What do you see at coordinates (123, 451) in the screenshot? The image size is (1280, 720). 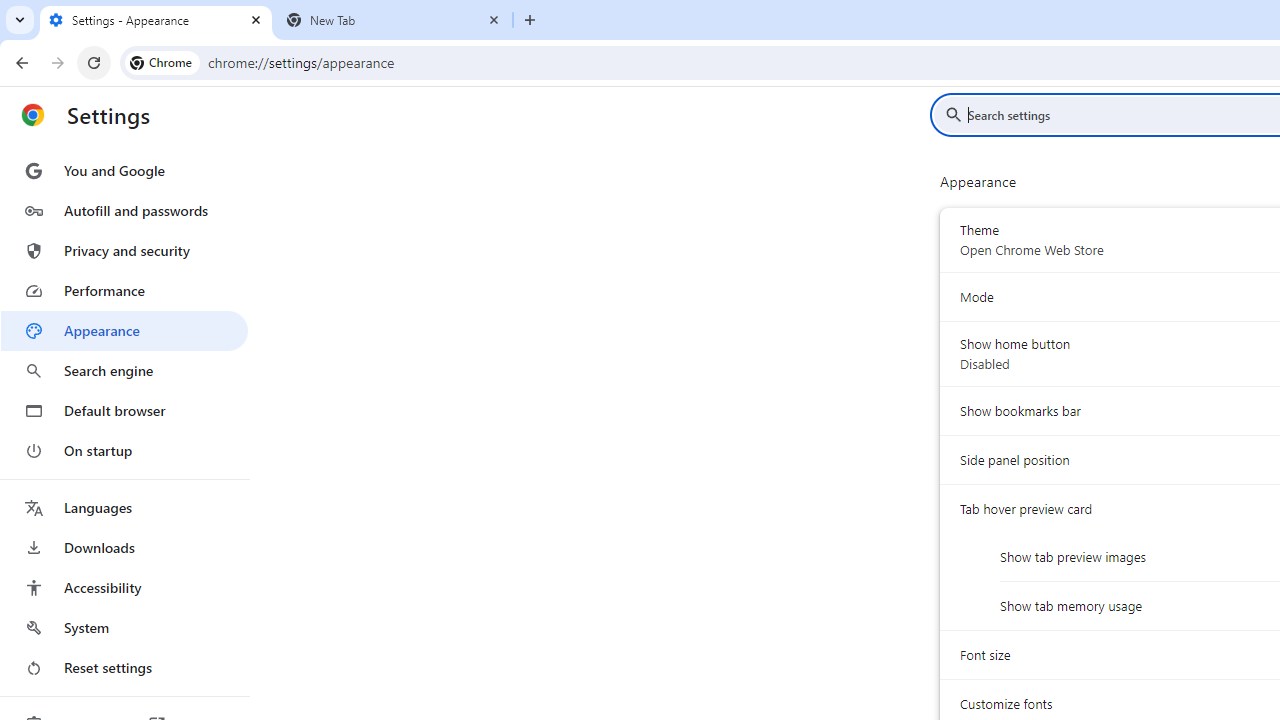 I see `'On startup'` at bounding box center [123, 451].